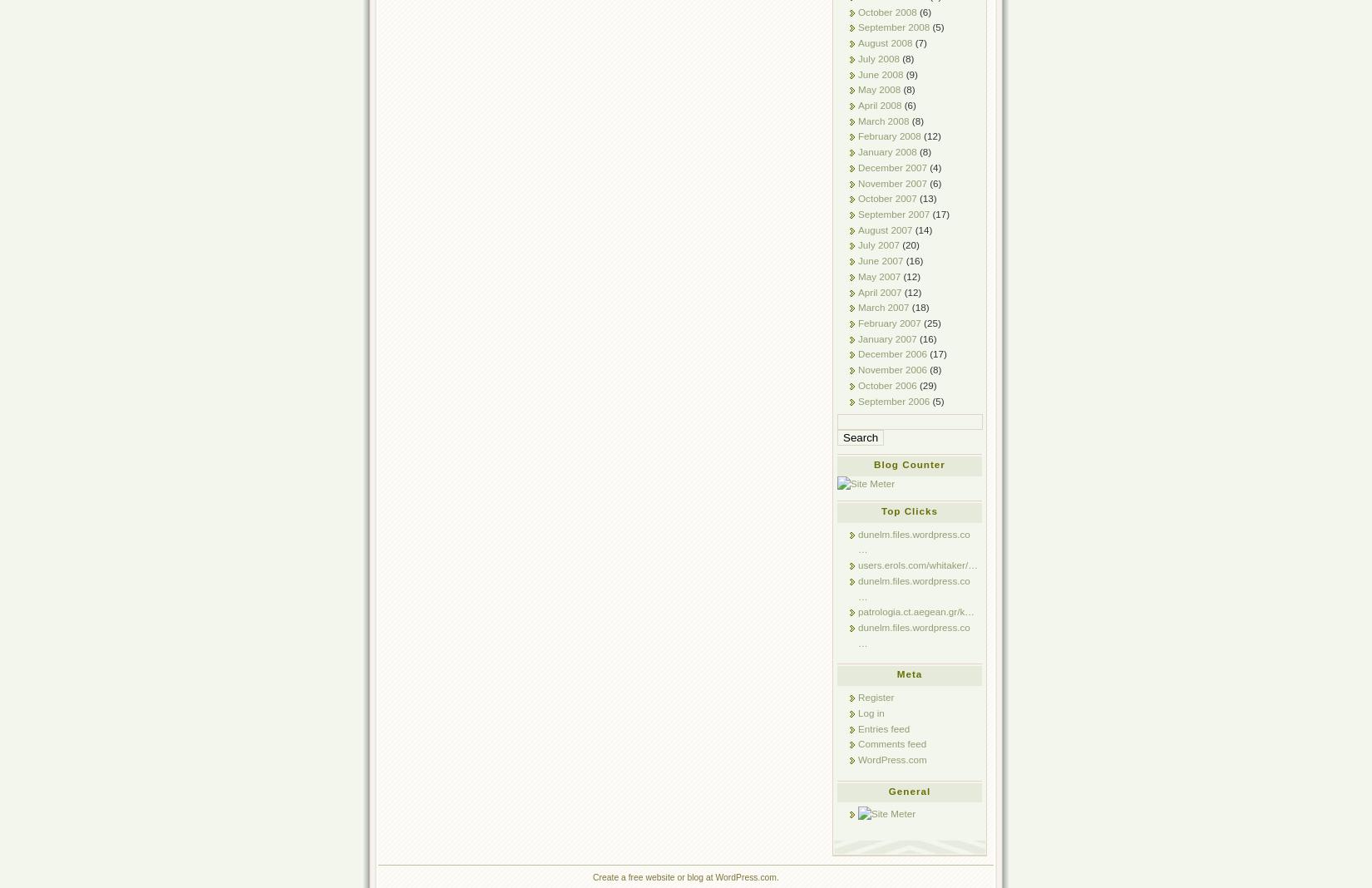 This screenshot has height=888, width=1372. What do you see at coordinates (891, 742) in the screenshot?
I see `'Comments feed'` at bounding box center [891, 742].